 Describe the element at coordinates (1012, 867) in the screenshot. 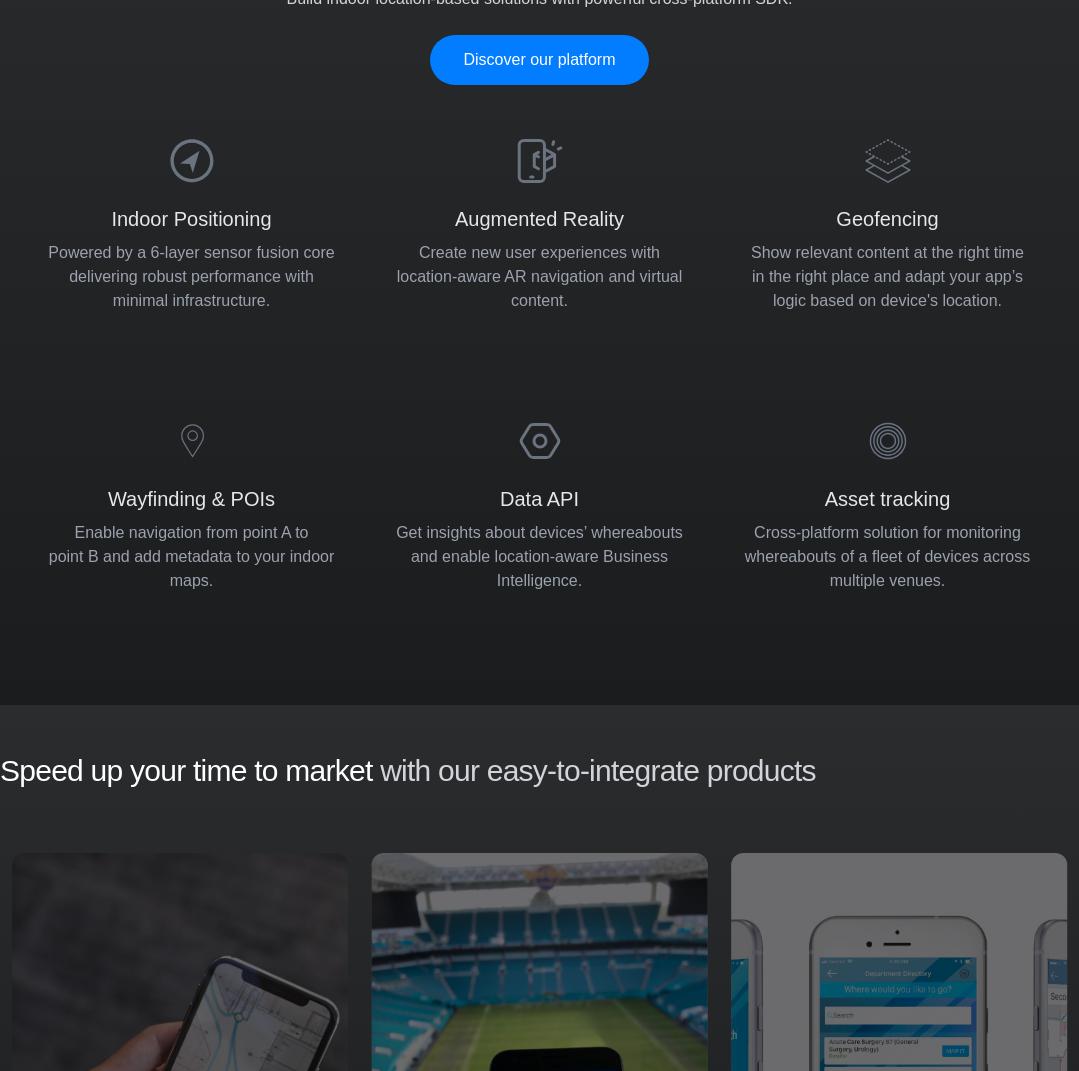

I see `'Accept All'` at that location.